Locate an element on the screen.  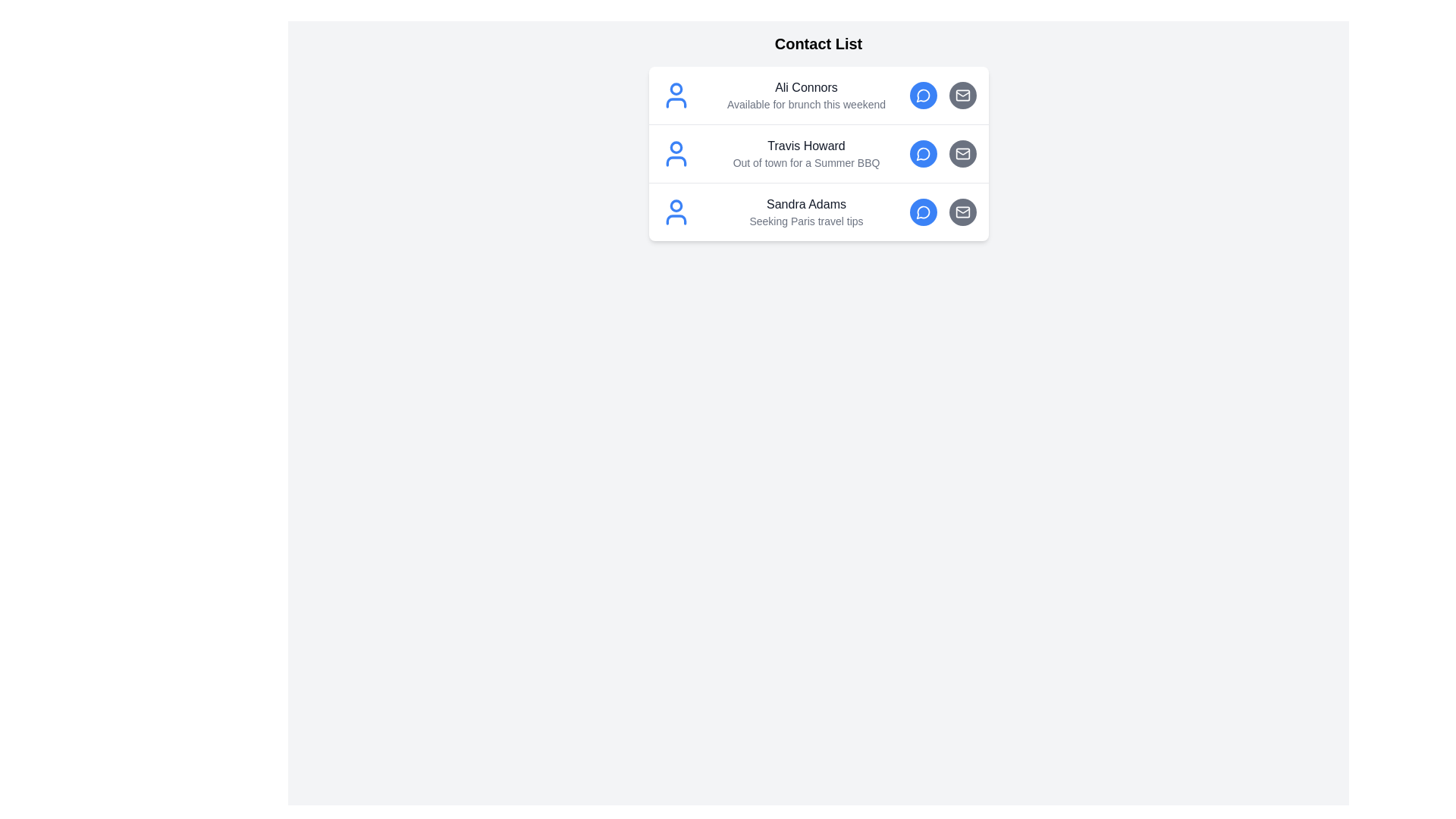
the contact entry list item that is positioned below 'Ali Connors' and above 'Sandra Adams' in the vertical list is located at coordinates (817, 153).